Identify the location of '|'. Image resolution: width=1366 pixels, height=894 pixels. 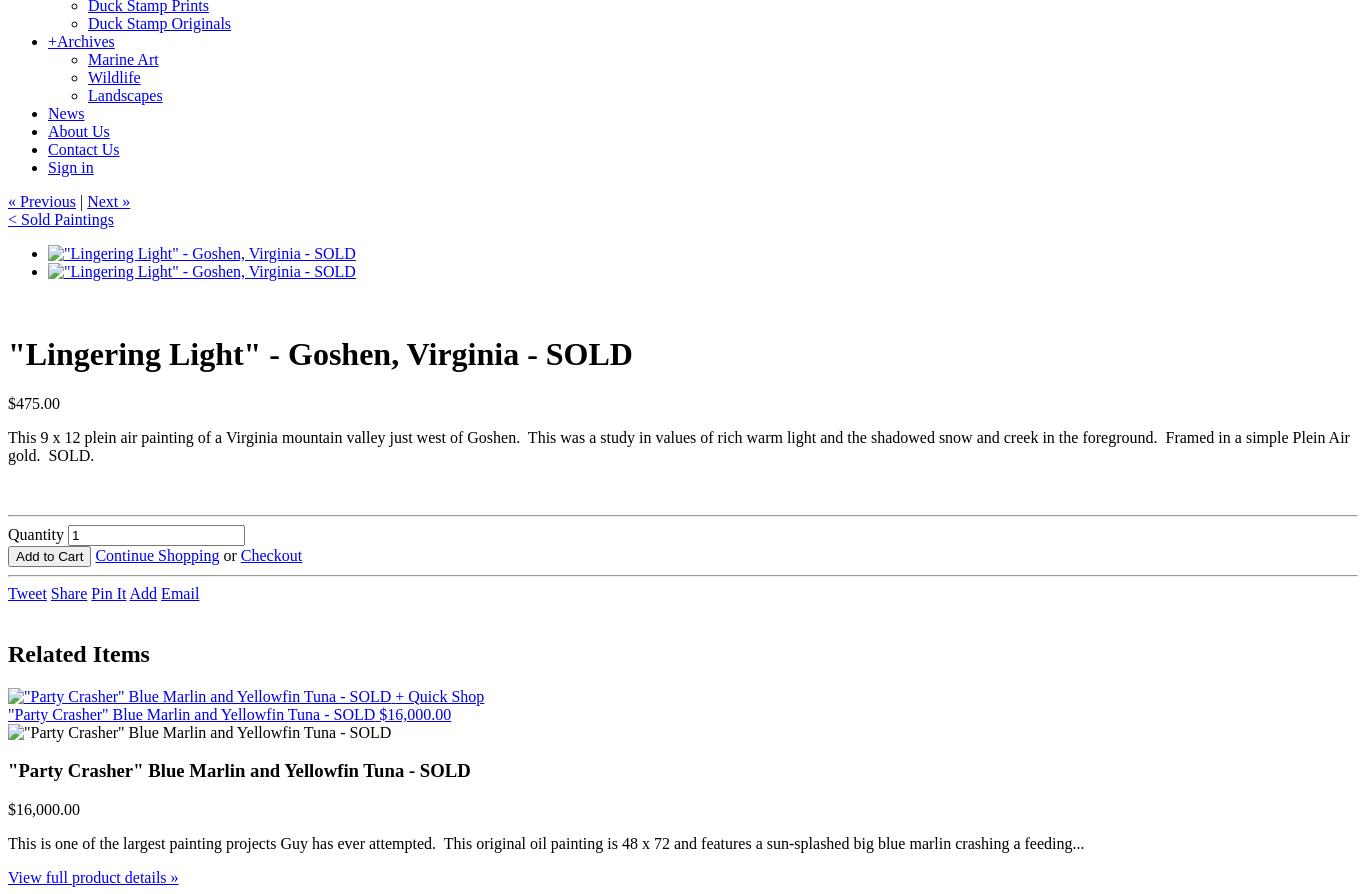
(81, 201).